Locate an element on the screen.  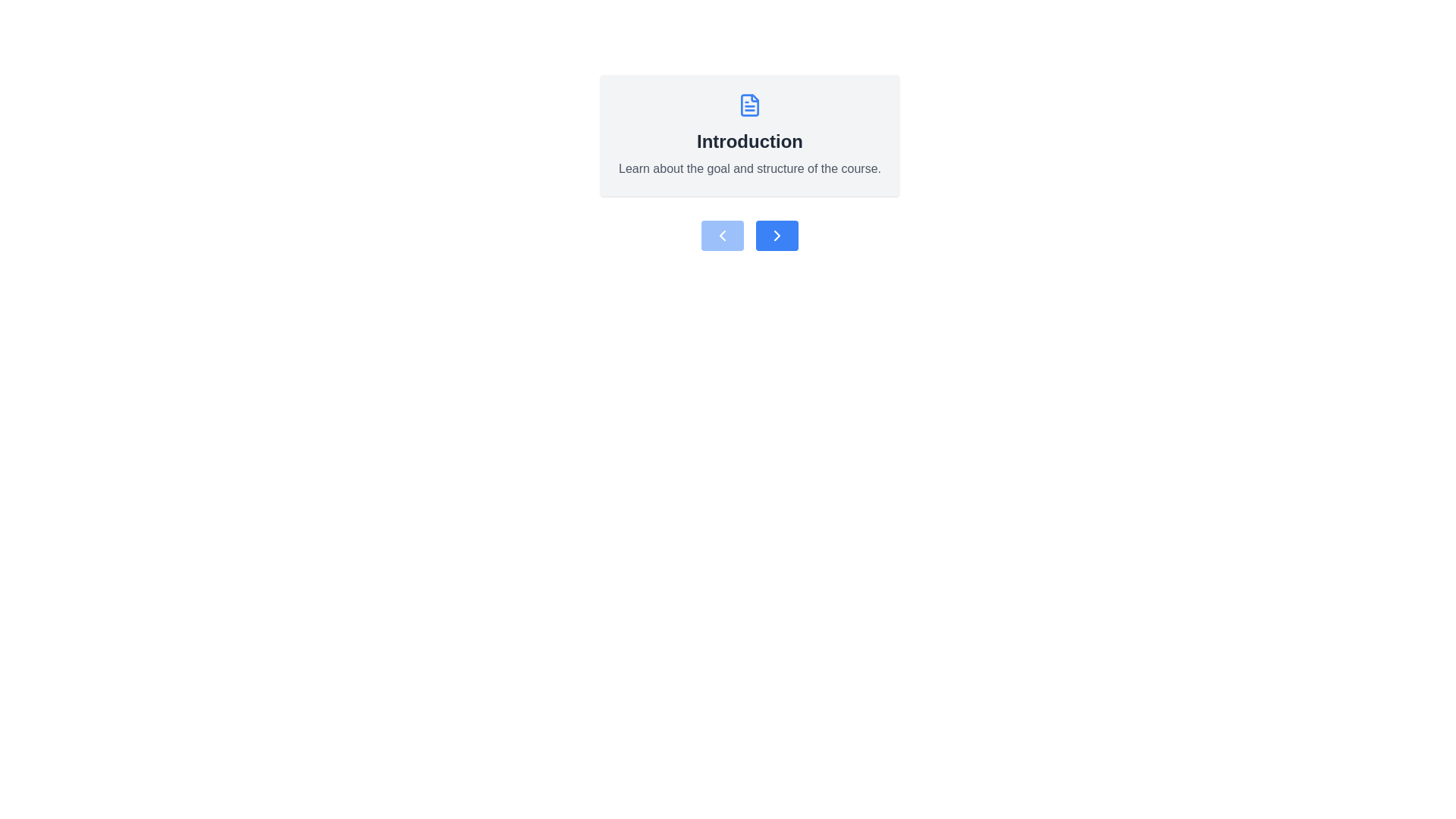
the right arrow icon in the rightmost button of the button group located below the title 'Introduction' is located at coordinates (777, 236).